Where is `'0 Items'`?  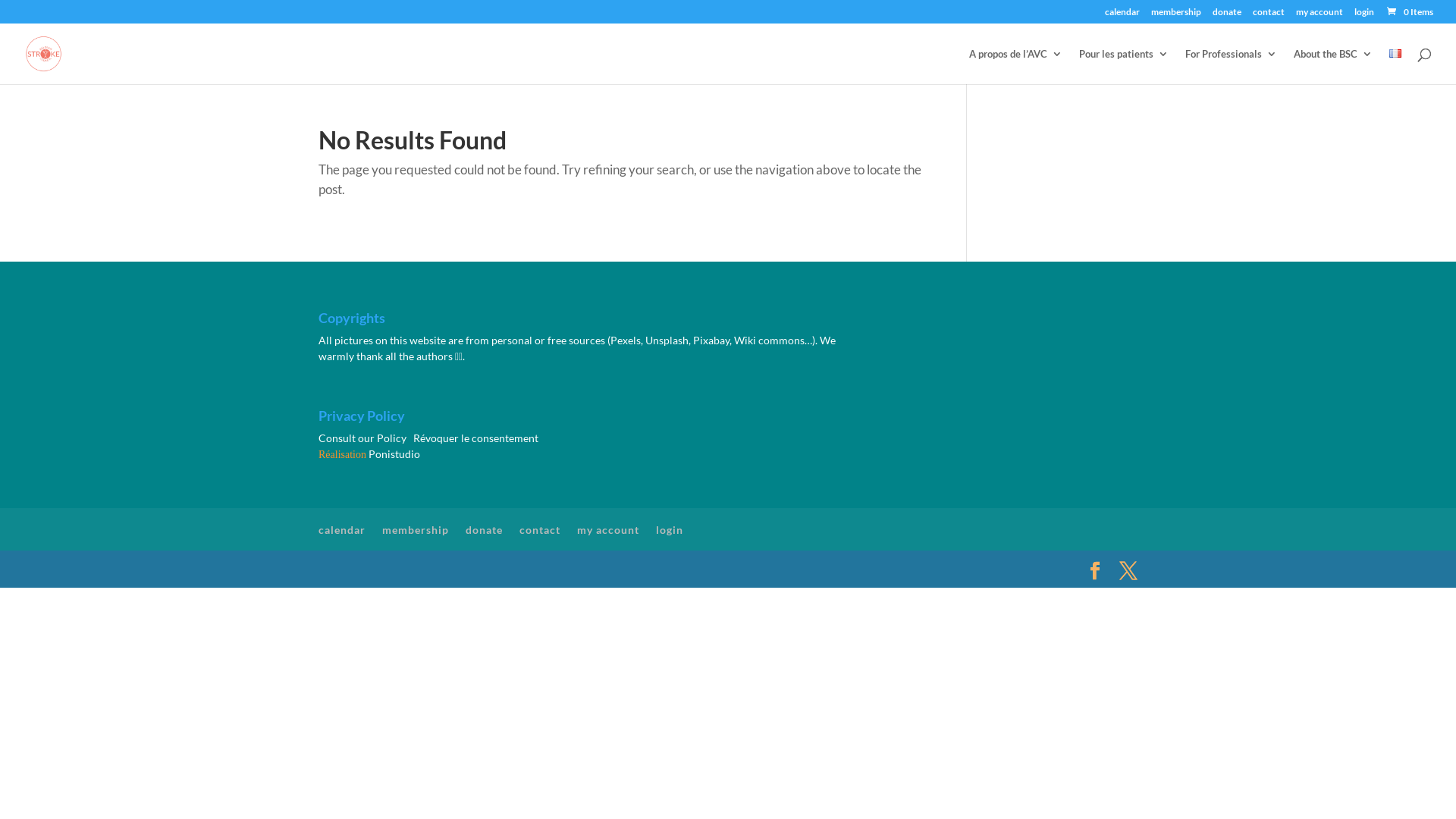 '0 Items' is located at coordinates (1385, 11).